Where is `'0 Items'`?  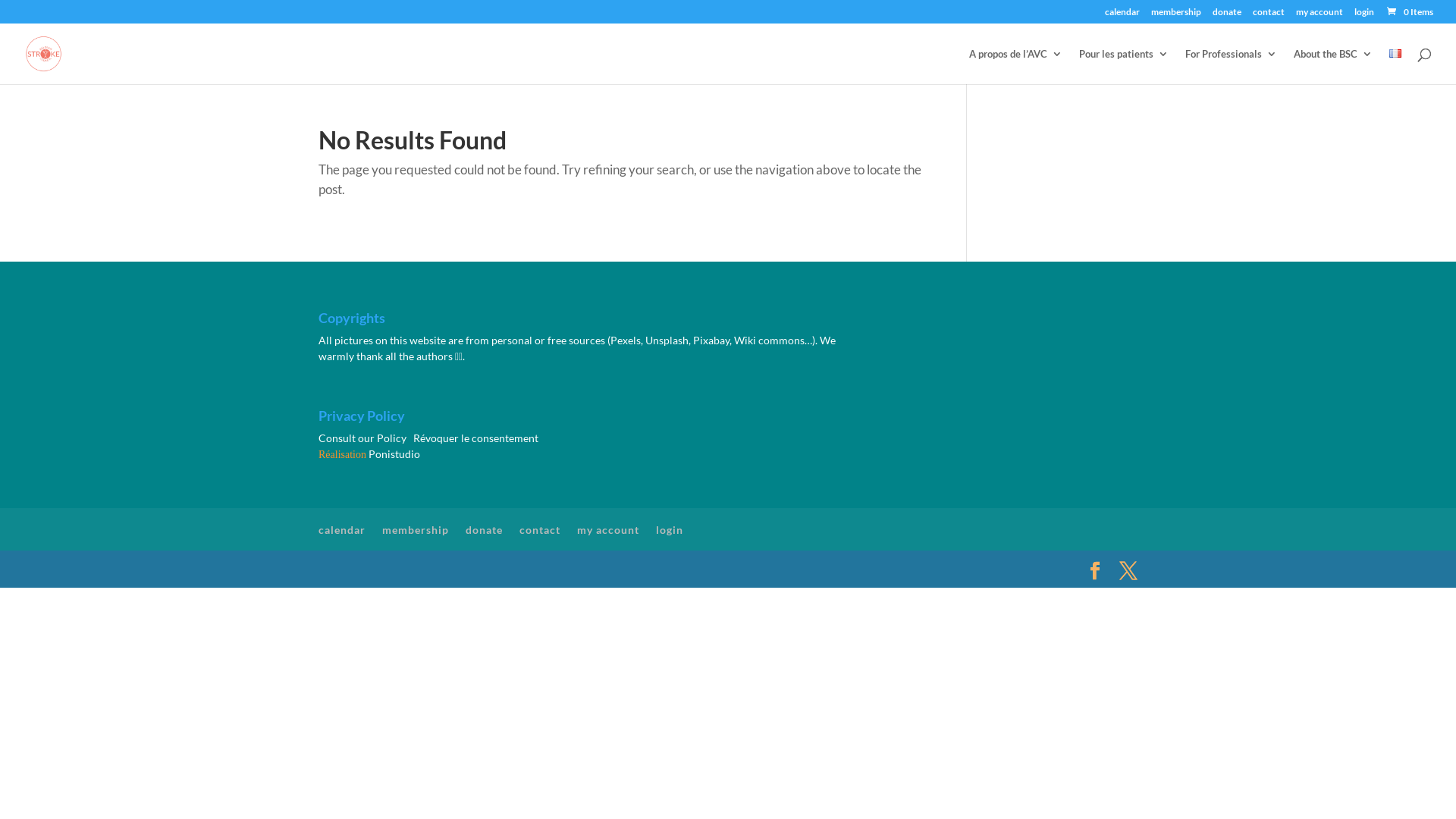 '0 Items' is located at coordinates (1385, 11).